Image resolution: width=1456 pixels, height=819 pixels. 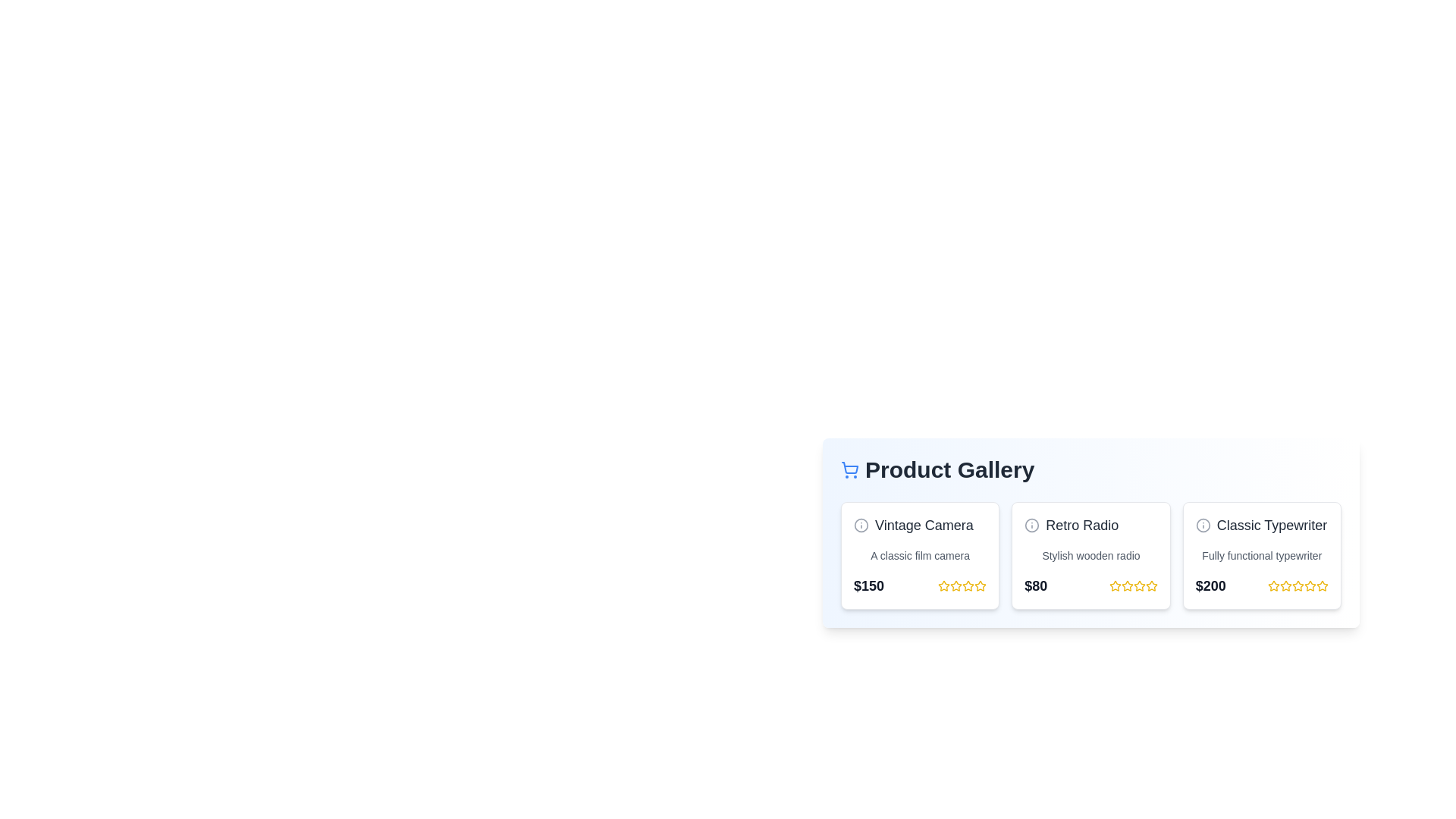 I want to click on the icon within the product card for Classic Typewriter, so click(x=1201, y=525).